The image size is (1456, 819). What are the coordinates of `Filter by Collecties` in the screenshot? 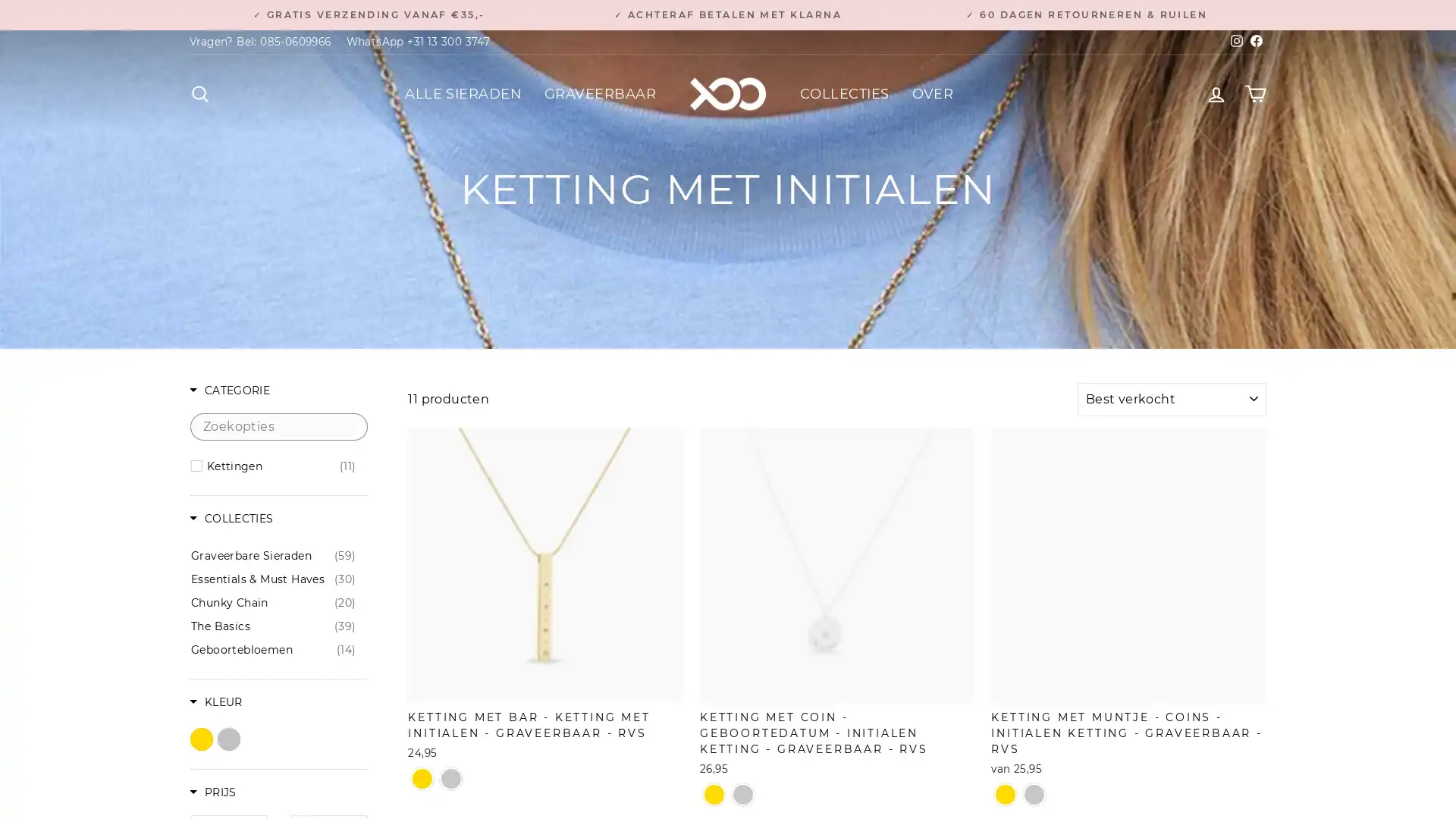 It's located at (231, 519).